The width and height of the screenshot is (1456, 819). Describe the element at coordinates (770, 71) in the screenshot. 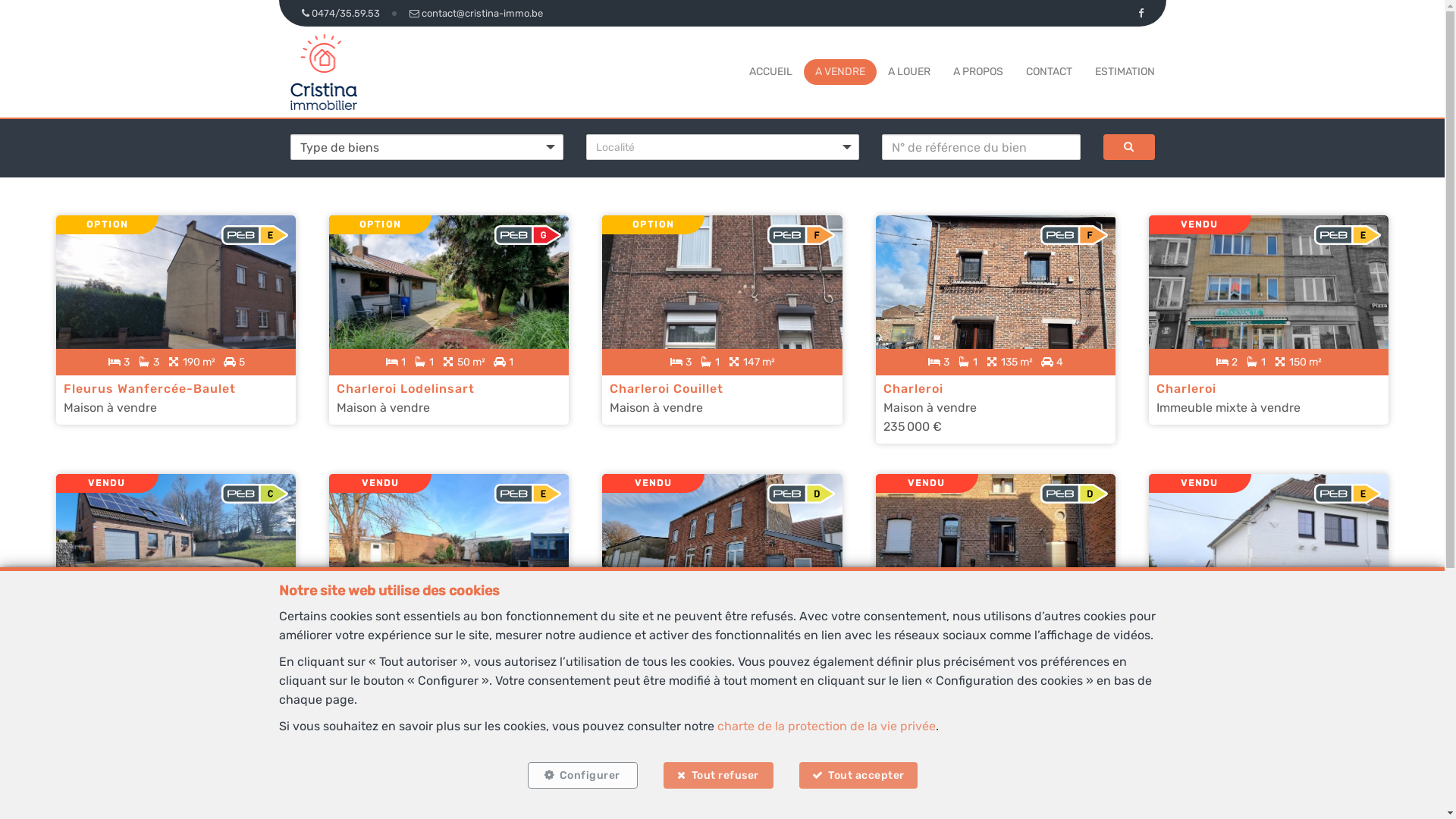

I see `'ACCUEIL'` at that location.